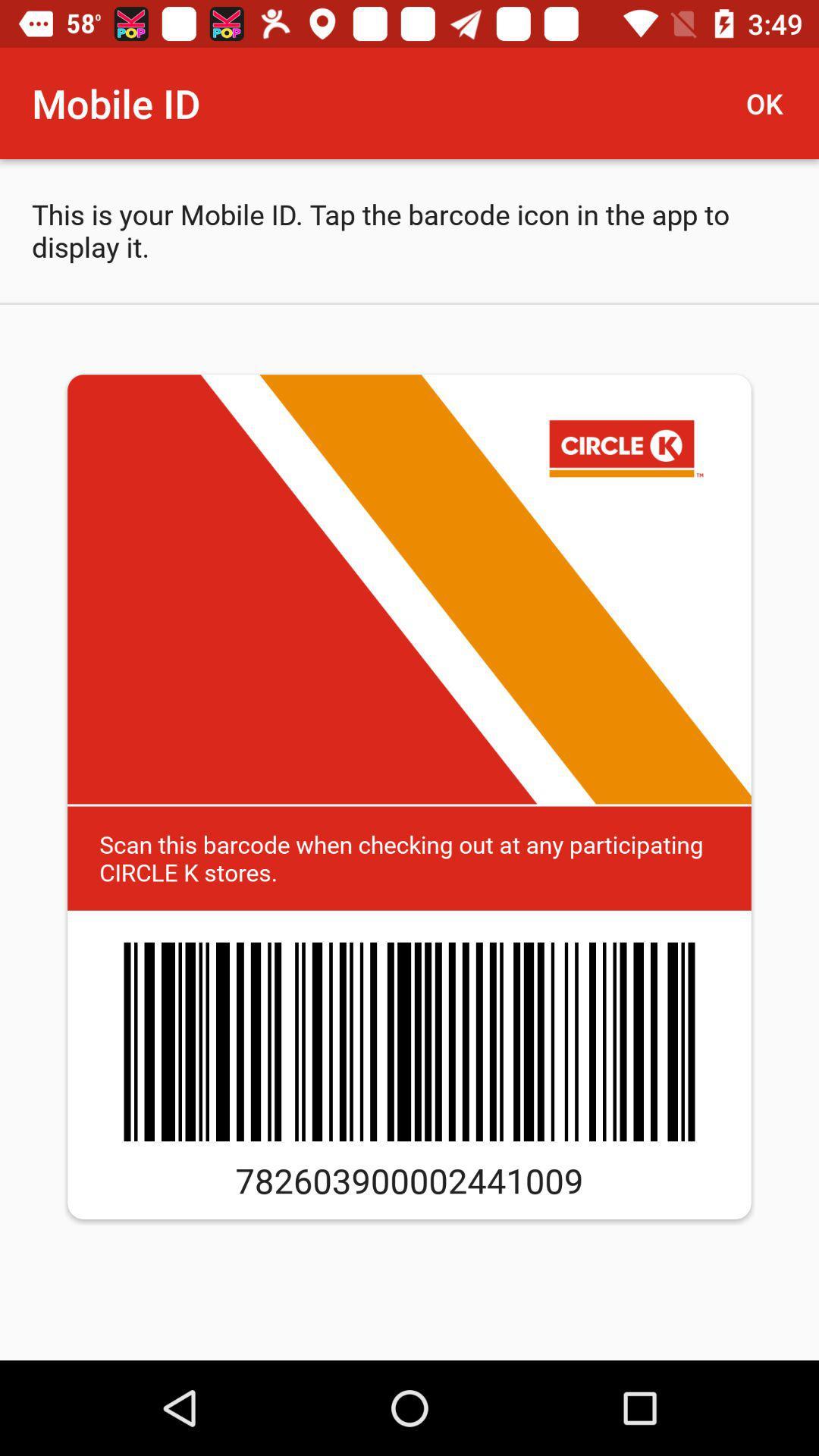  I want to click on the icon to the right of mobile id icon, so click(771, 102).